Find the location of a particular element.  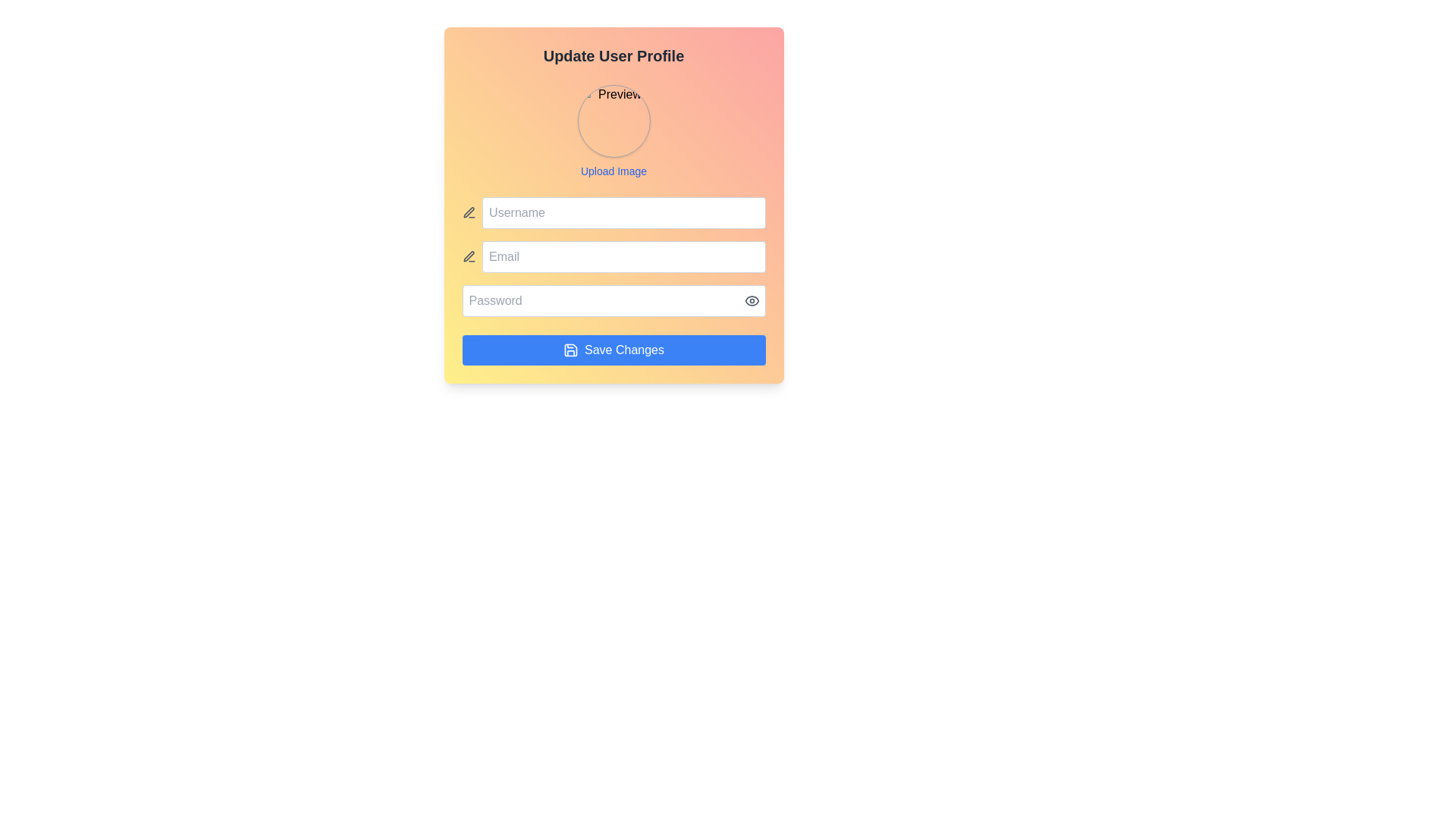

the SVG icon that symbolizes the 'edit' or 'input' capability located to the left of the 'Username' input field is located at coordinates (468, 256).